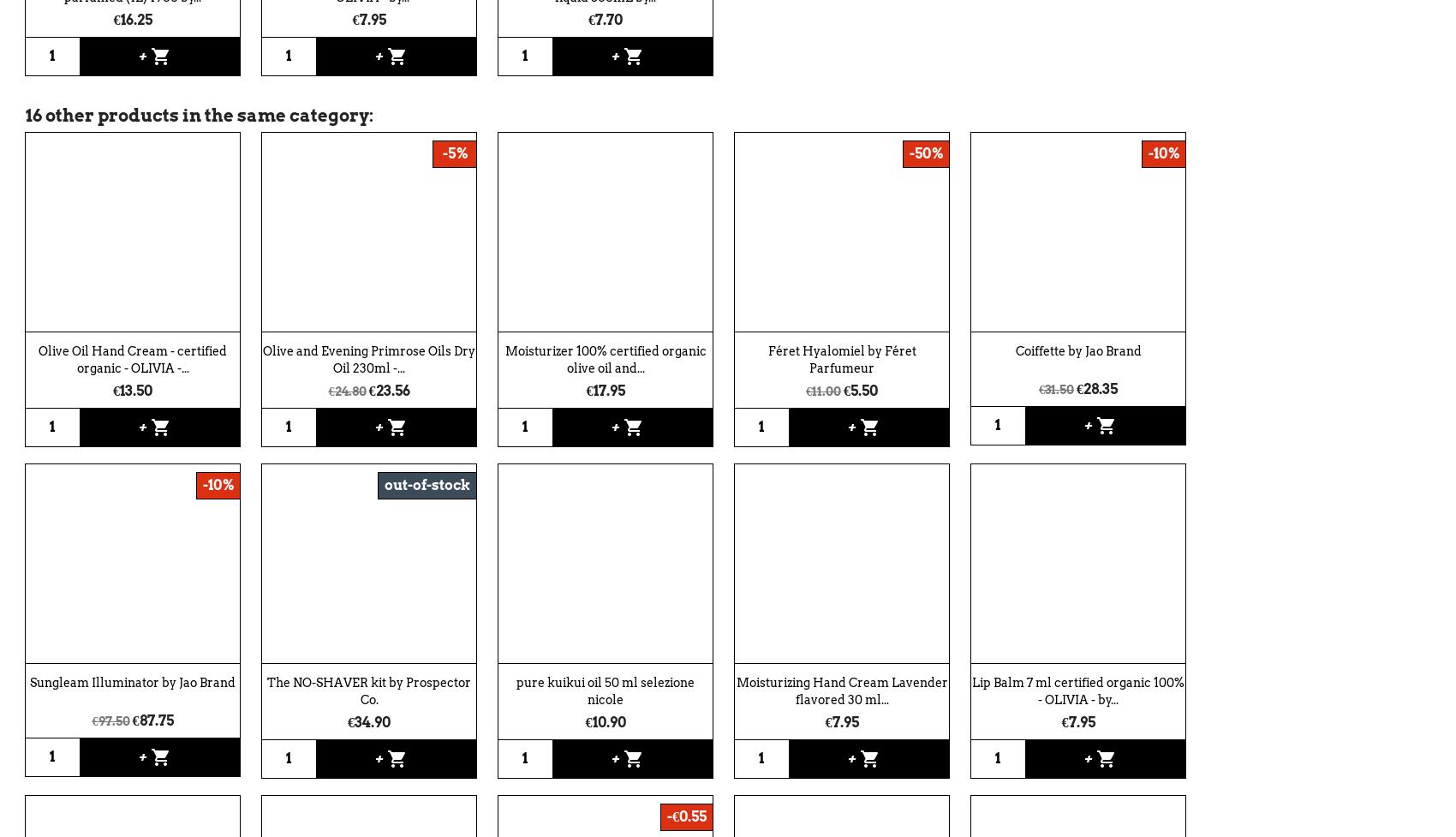 Image resolution: width=1456 pixels, height=837 pixels. What do you see at coordinates (606, 19) in the screenshot?
I see `'€7.70'` at bounding box center [606, 19].